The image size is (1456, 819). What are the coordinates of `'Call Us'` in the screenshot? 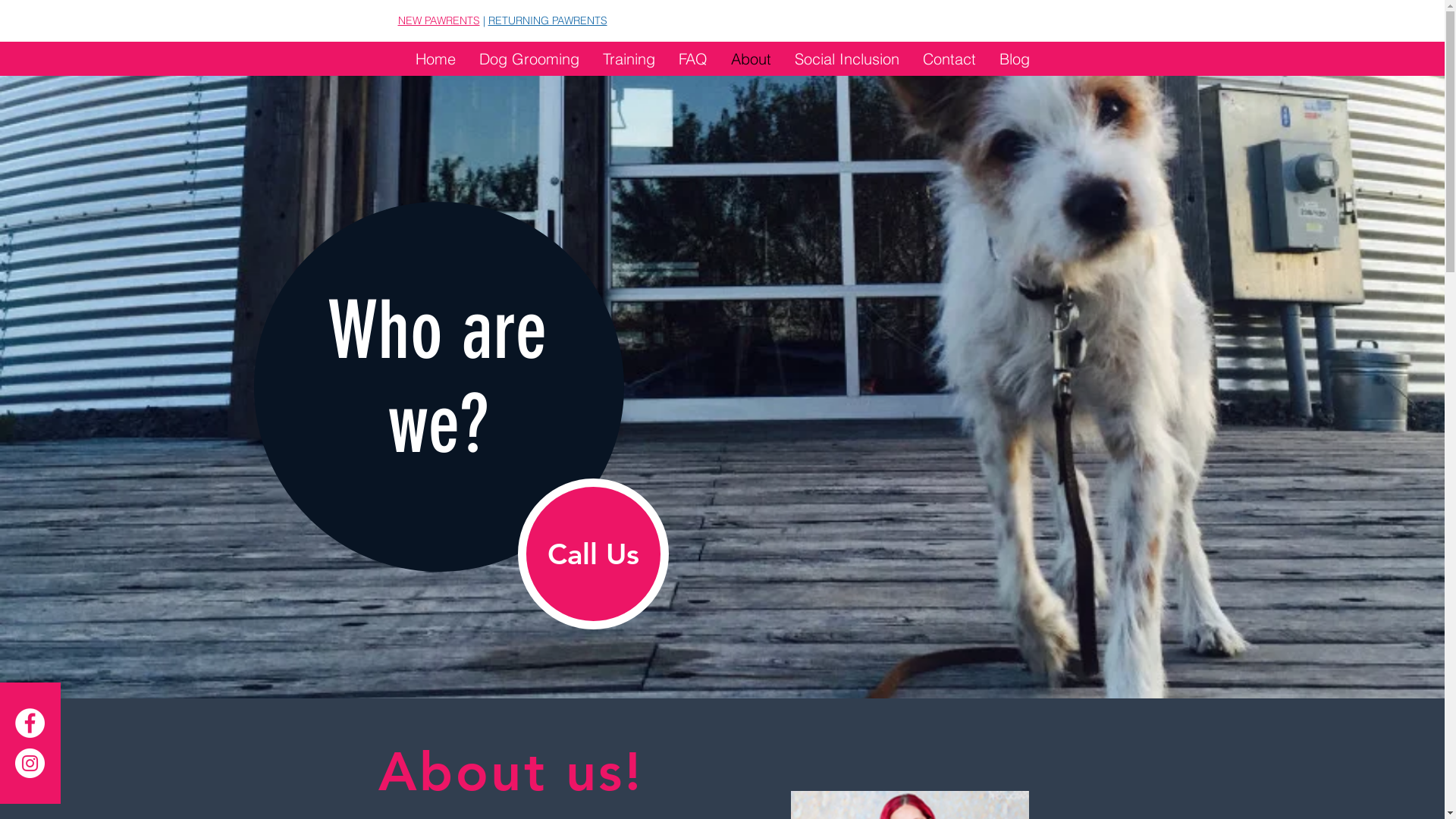 It's located at (591, 554).